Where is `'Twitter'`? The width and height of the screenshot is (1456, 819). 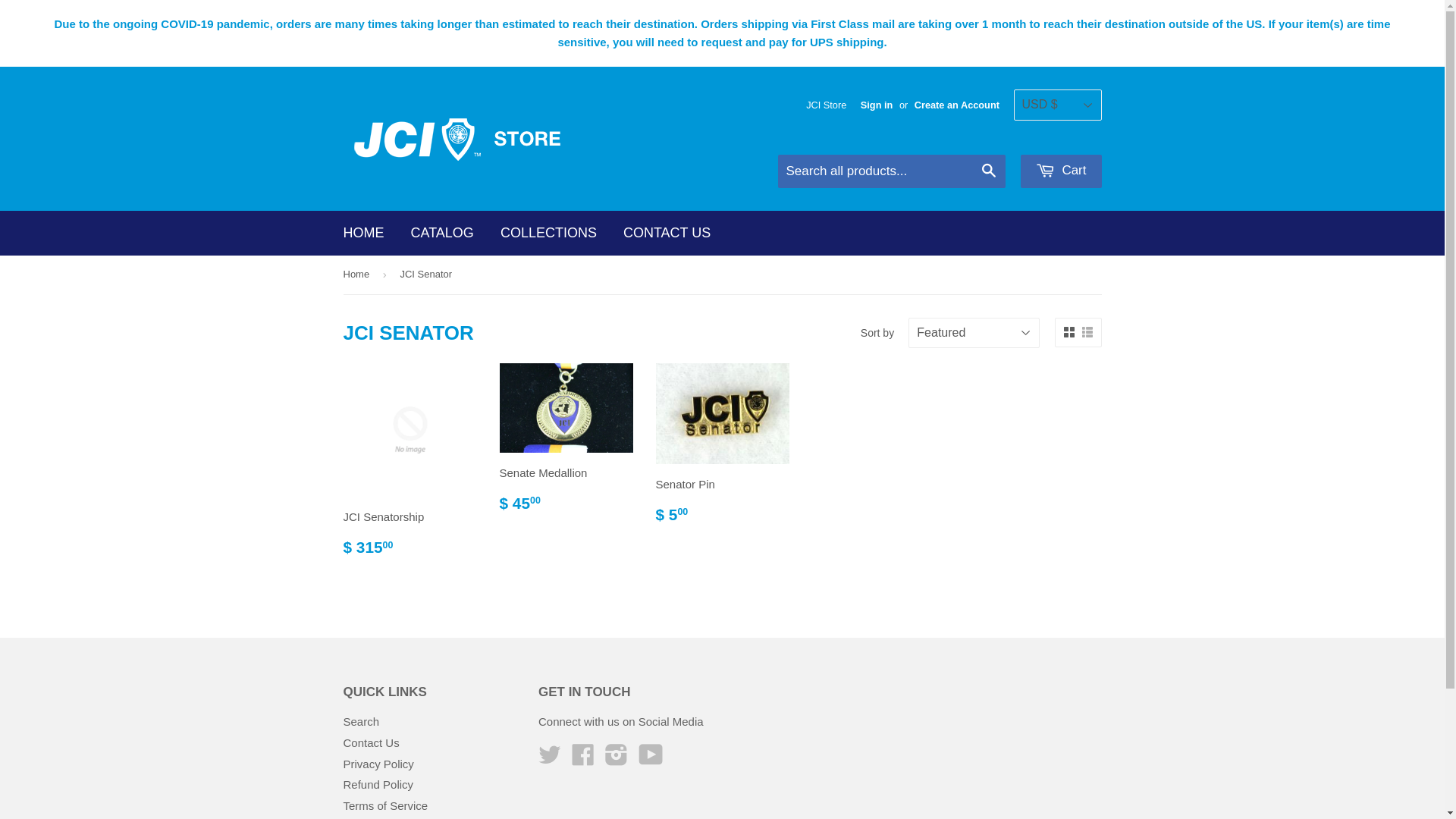
'Twitter' is located at coordinates (548, 759).